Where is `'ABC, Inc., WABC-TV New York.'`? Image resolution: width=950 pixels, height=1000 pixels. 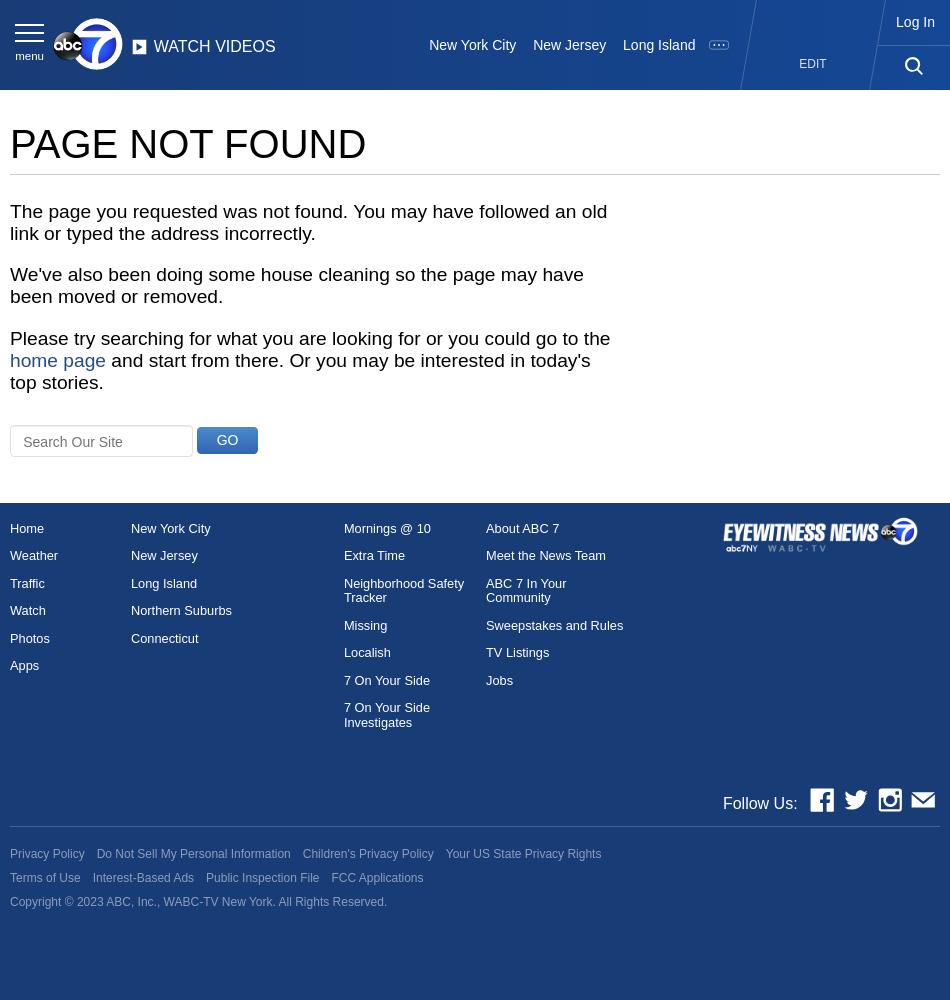
'ABC, Inc., WABC-TV New York.' is located at coordinates (106, 902).